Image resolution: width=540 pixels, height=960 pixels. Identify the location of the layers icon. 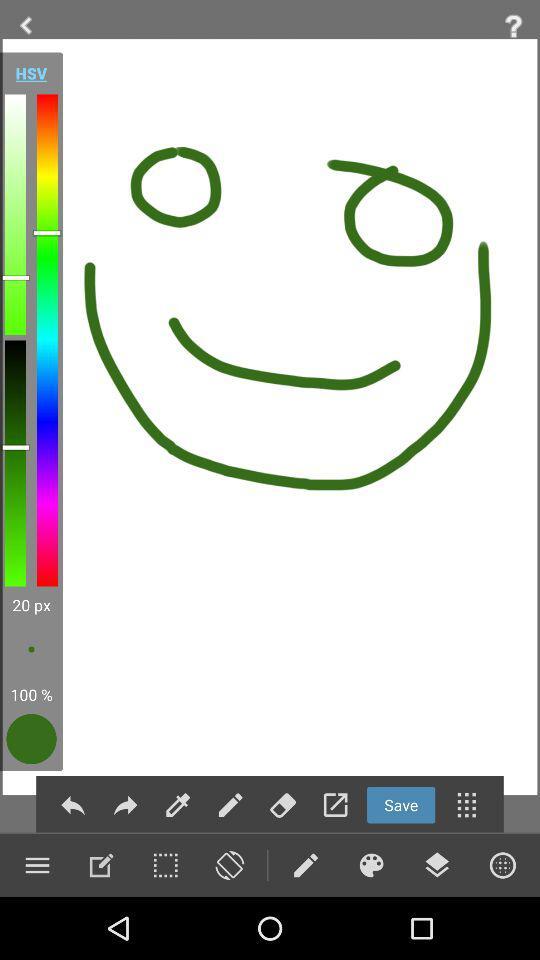
(436, 864).